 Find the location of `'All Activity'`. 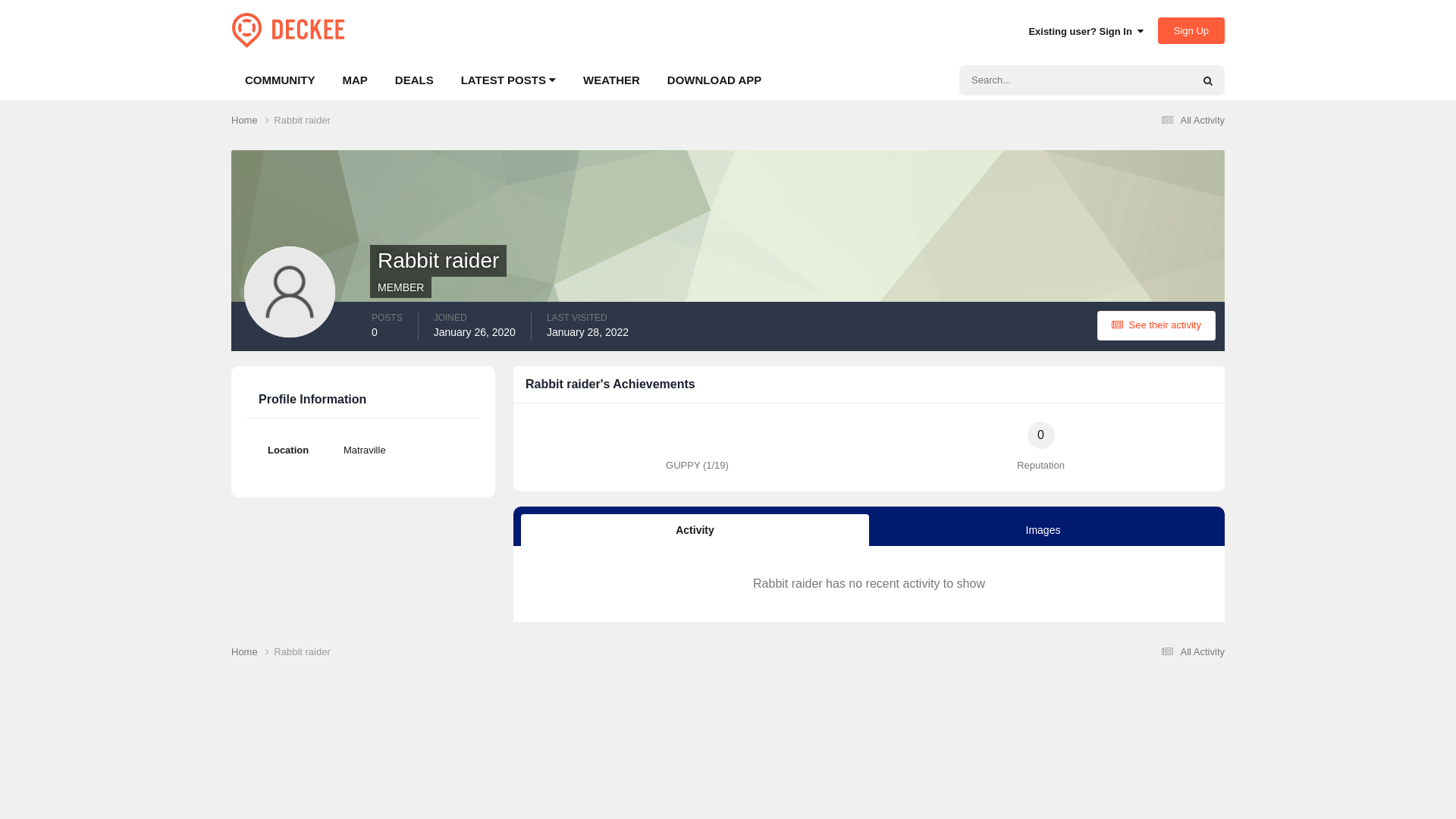

'All Activity' is located at coordinates (1190, 651).